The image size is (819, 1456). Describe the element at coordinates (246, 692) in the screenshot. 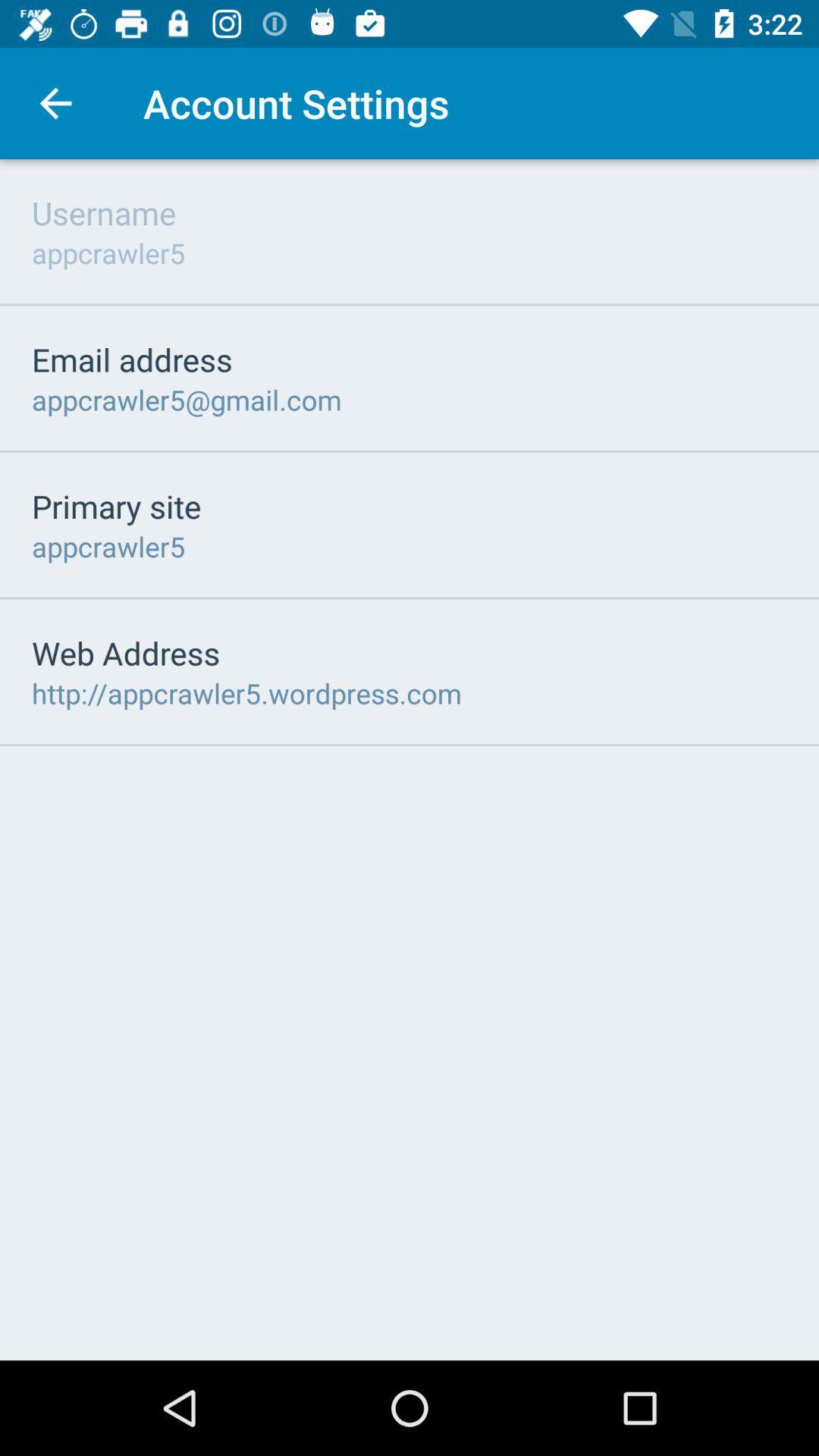

I see `http appcrawler5 wordpress icon` at that location.